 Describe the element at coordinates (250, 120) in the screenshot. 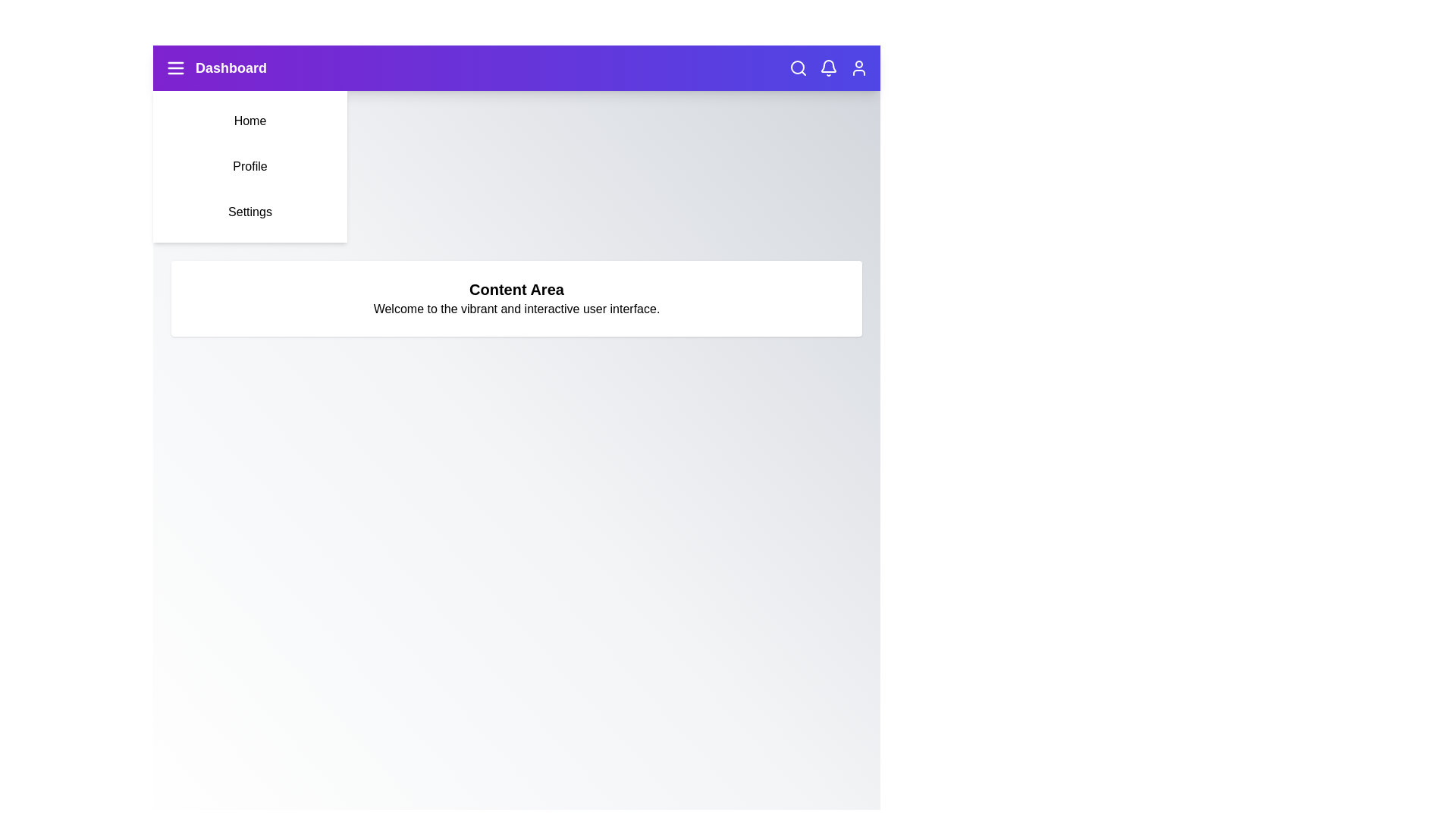

I see `the navigation option Home in the navigation bar` at that location.